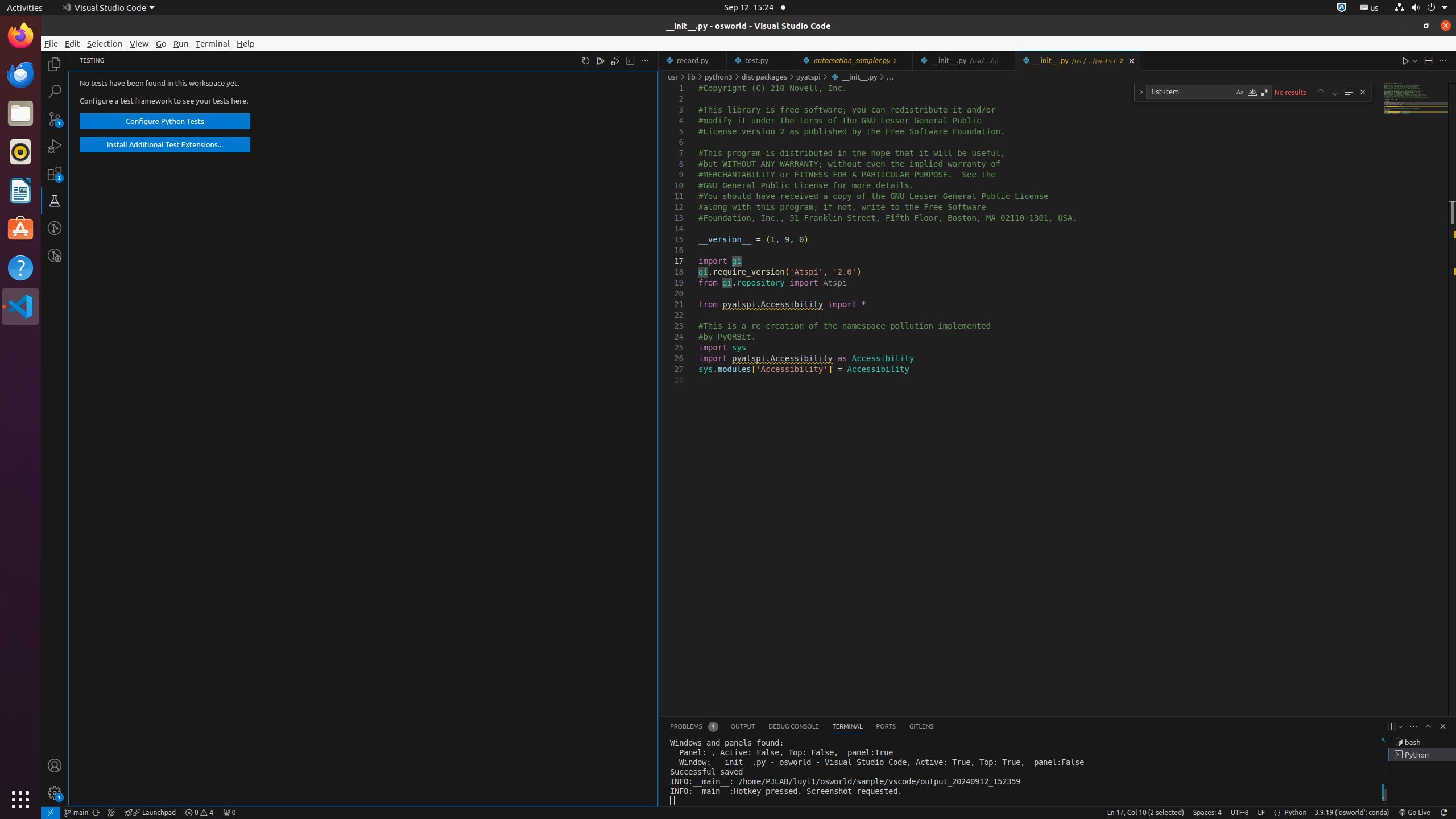 This screenshot has width=1456, height=819. Describe the element at coordinates (51, 43) in the screenshot. I see `'File'` at that location.